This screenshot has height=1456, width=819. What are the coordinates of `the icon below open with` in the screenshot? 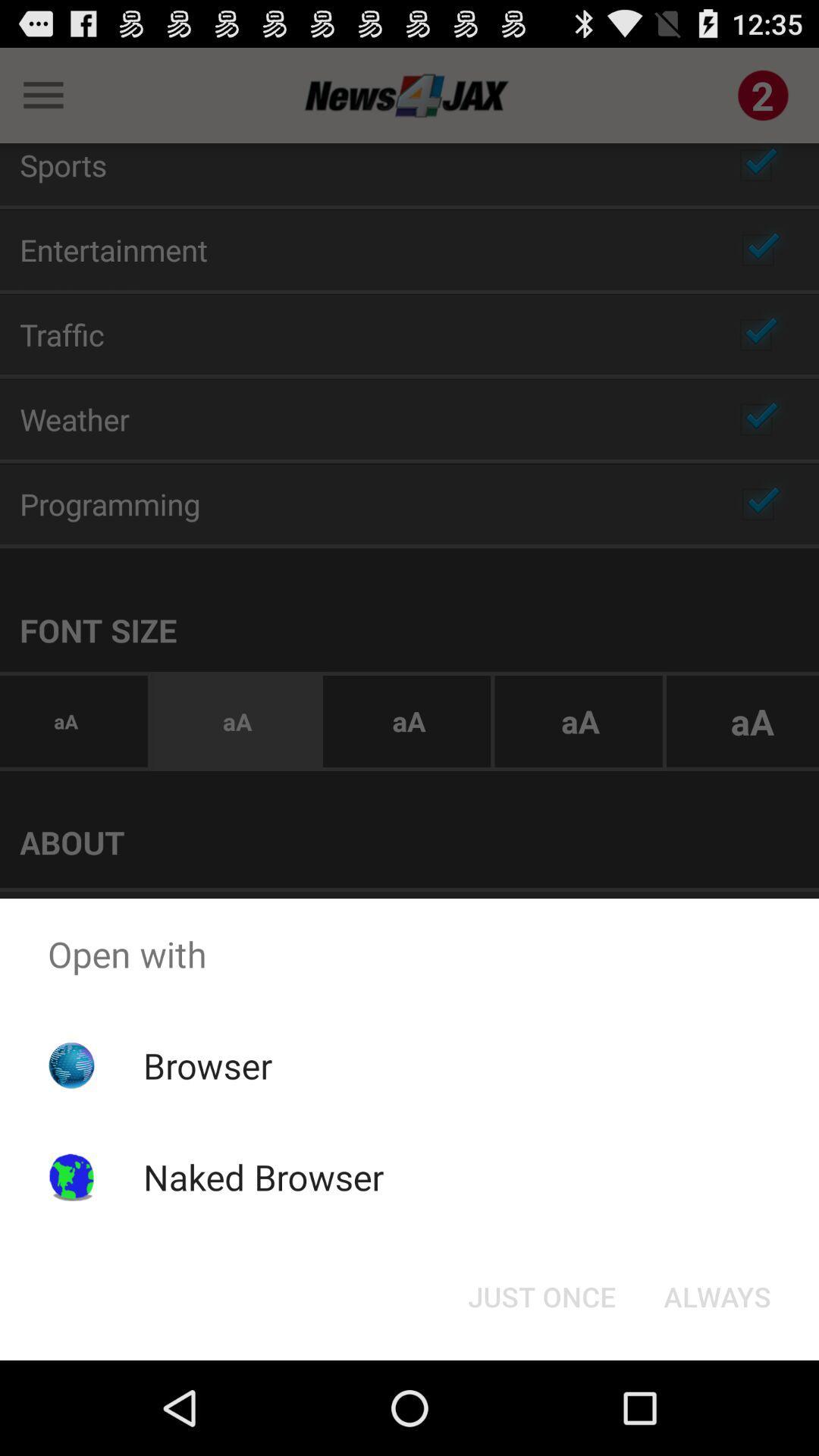 It's located at (717, 1295).